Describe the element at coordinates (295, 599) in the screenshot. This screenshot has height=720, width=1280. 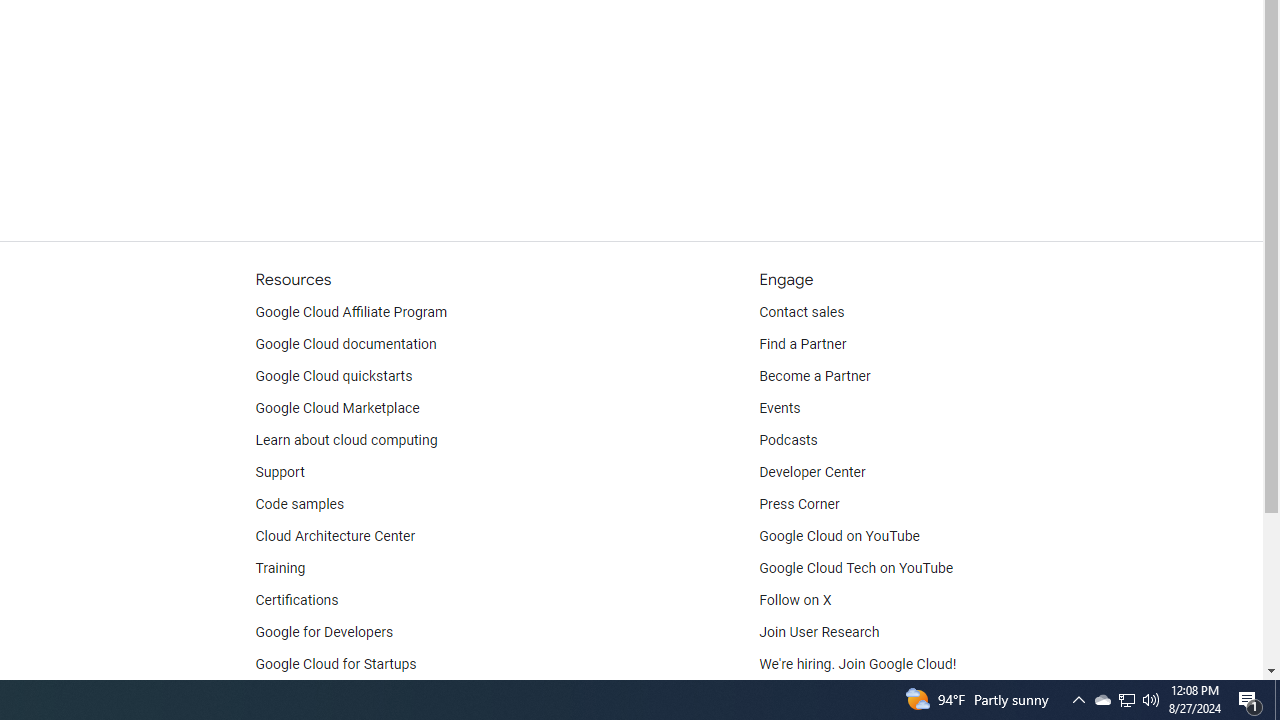
I see `'Certifications'` at that location.